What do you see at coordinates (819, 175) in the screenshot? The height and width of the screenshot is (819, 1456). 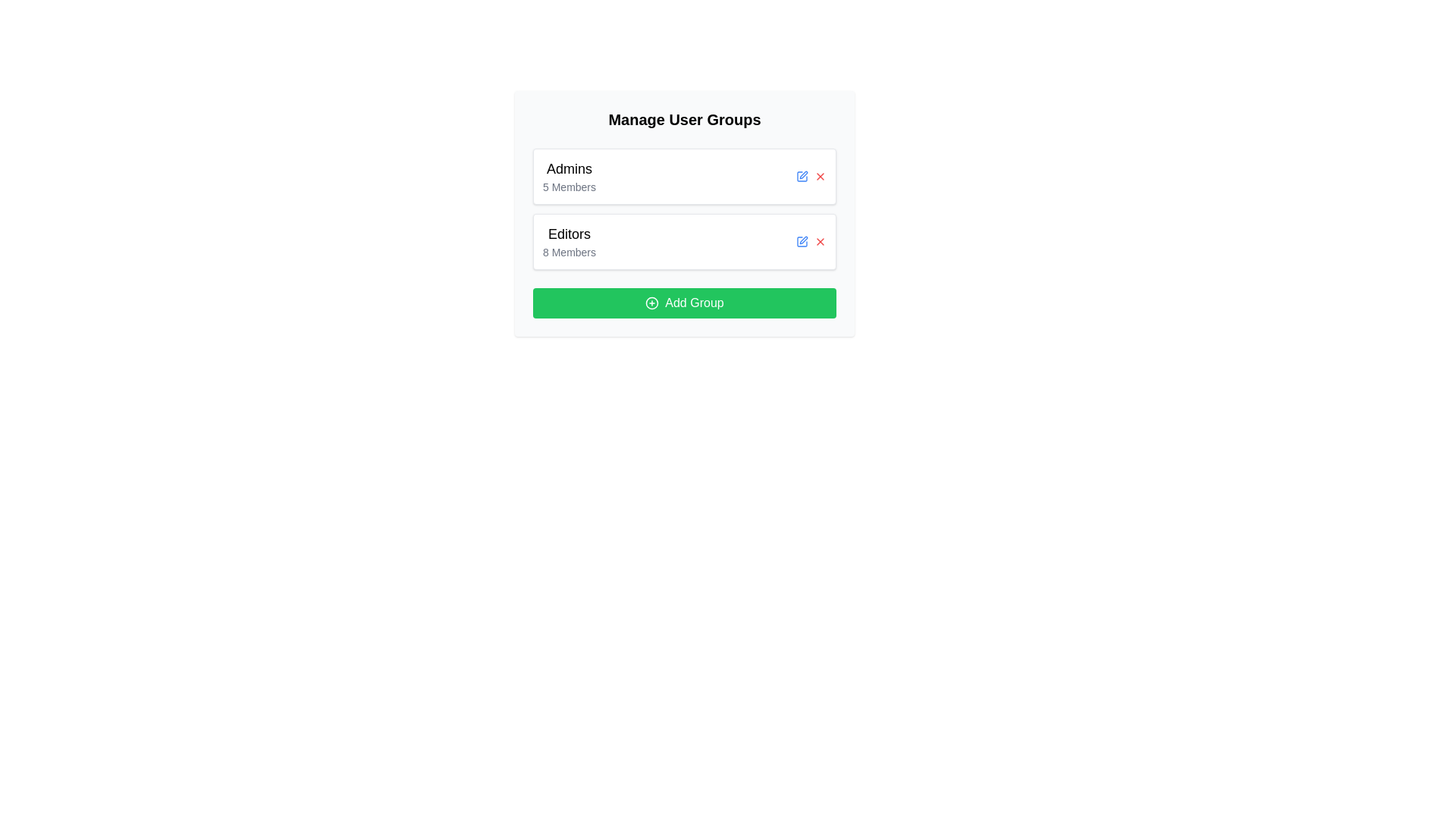 I see `the delete button located to the right of the 'Admins' text` at bounding box center [819, 175].